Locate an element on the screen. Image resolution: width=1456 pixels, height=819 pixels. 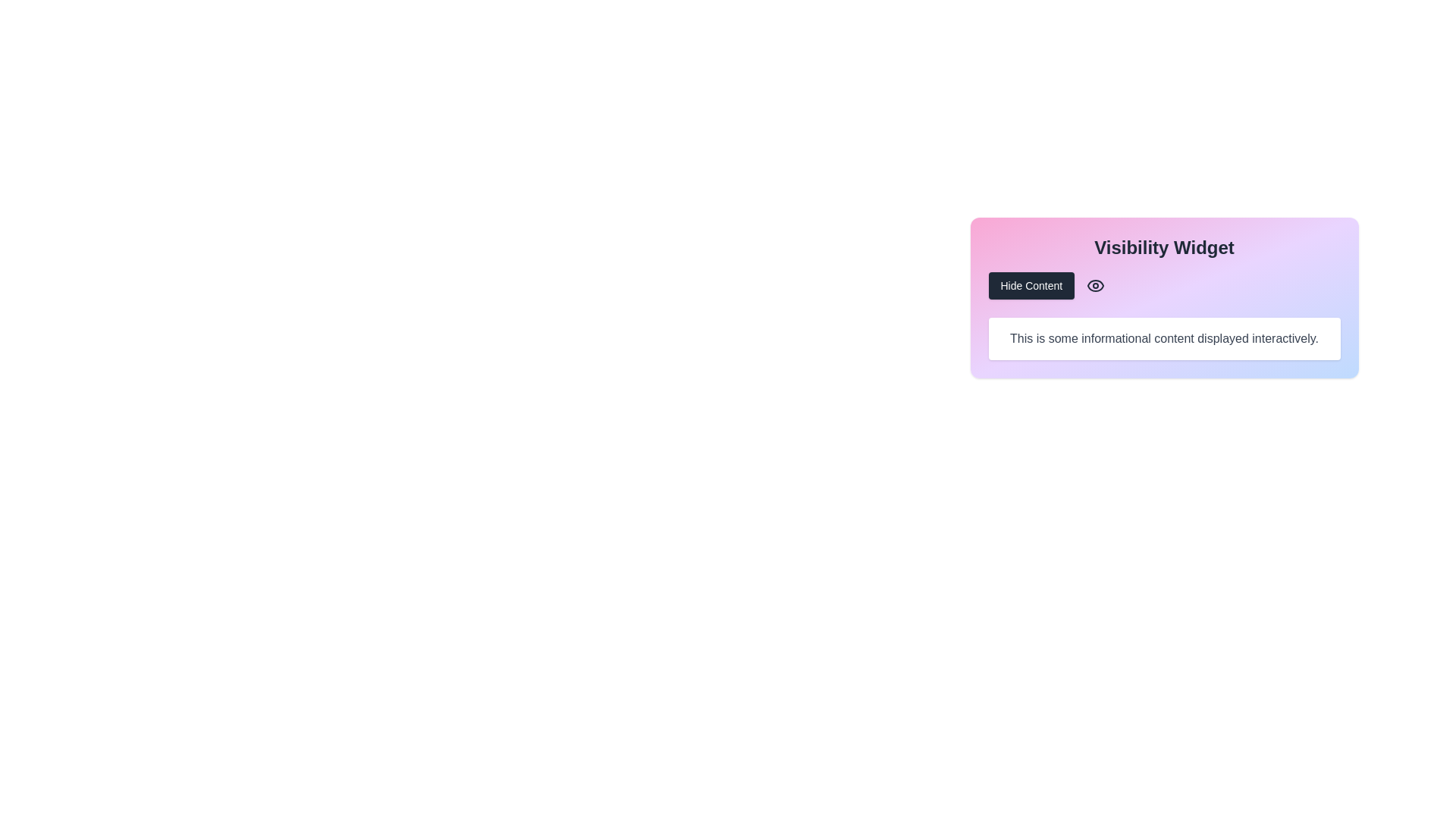
the static text label located within the card component towards the center-right of the page, which provides informational text below the 'Hide Content' button and an icon is located at coordinates (1163, 338).